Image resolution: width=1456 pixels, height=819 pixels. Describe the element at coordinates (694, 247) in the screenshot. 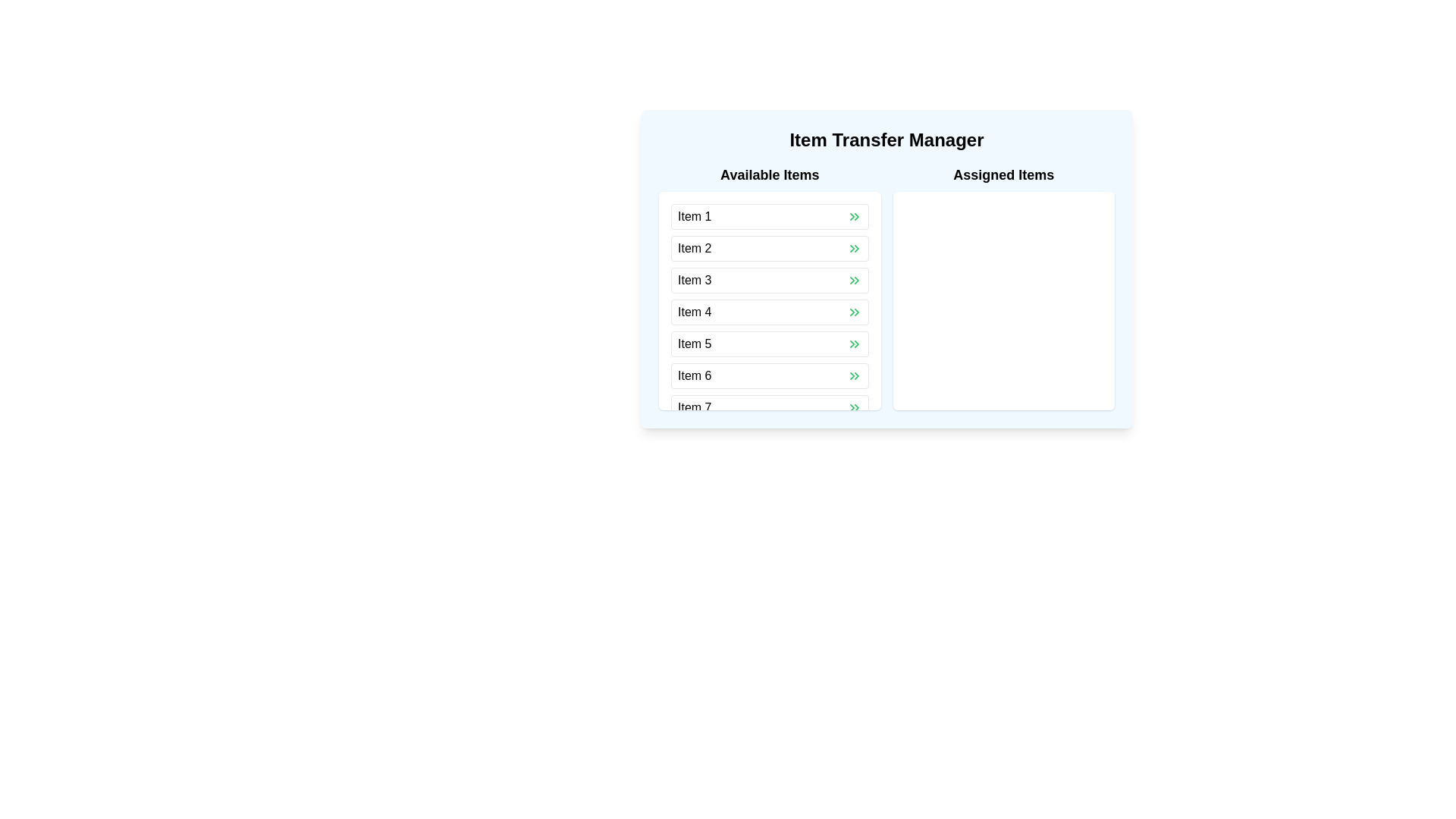

I see `the text label displaying 'Item 2' in the 'Available Items' column of the 'Item Transfer Manager' interface` at that location.